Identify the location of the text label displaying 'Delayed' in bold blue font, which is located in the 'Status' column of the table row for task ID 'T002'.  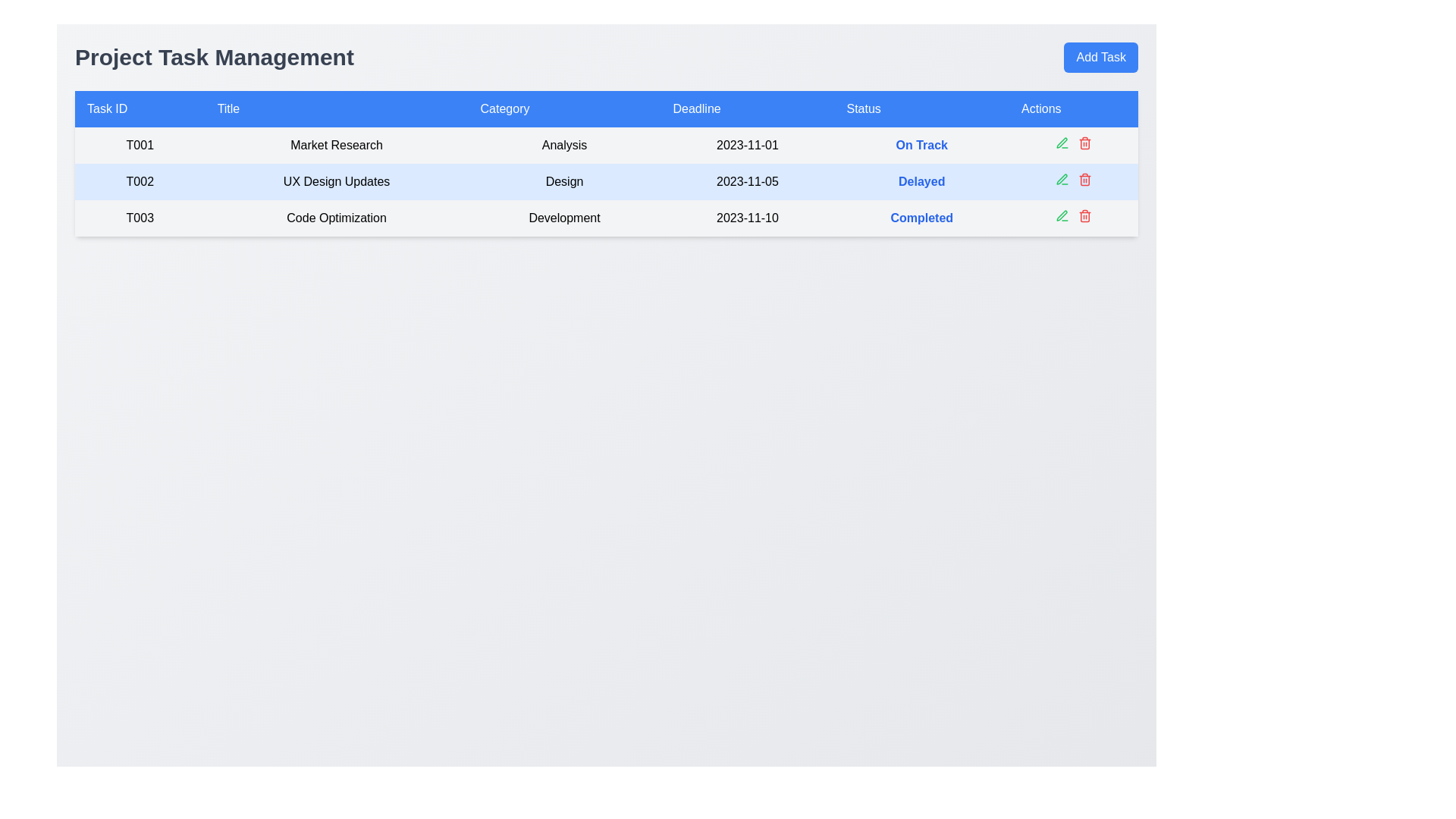
(921, 180).